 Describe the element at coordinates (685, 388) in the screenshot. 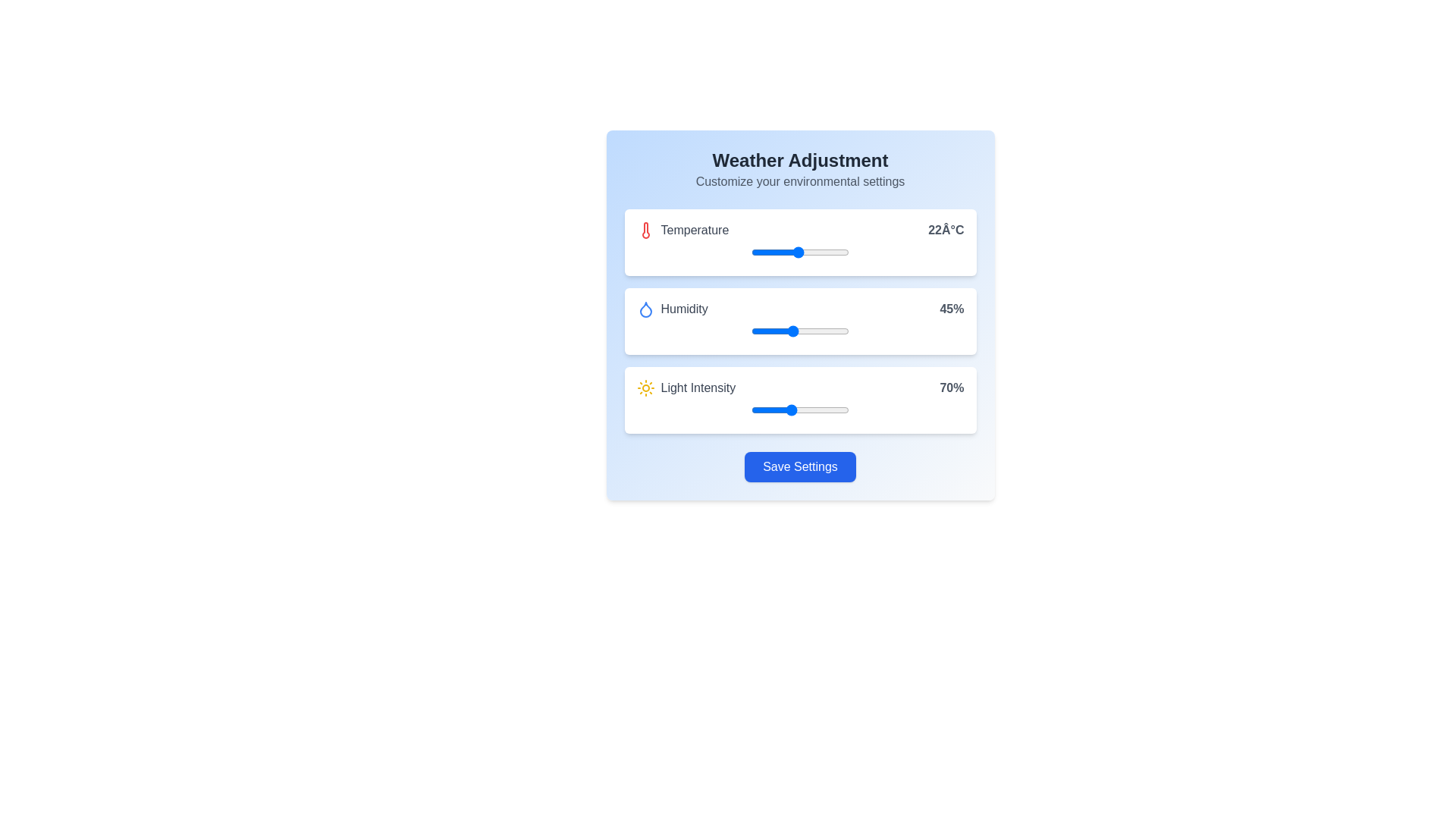

I see `the 'Light Intensity' label with the sun icon, which is located to the left of the '70%' percentage value and above the slider bar` at that location.